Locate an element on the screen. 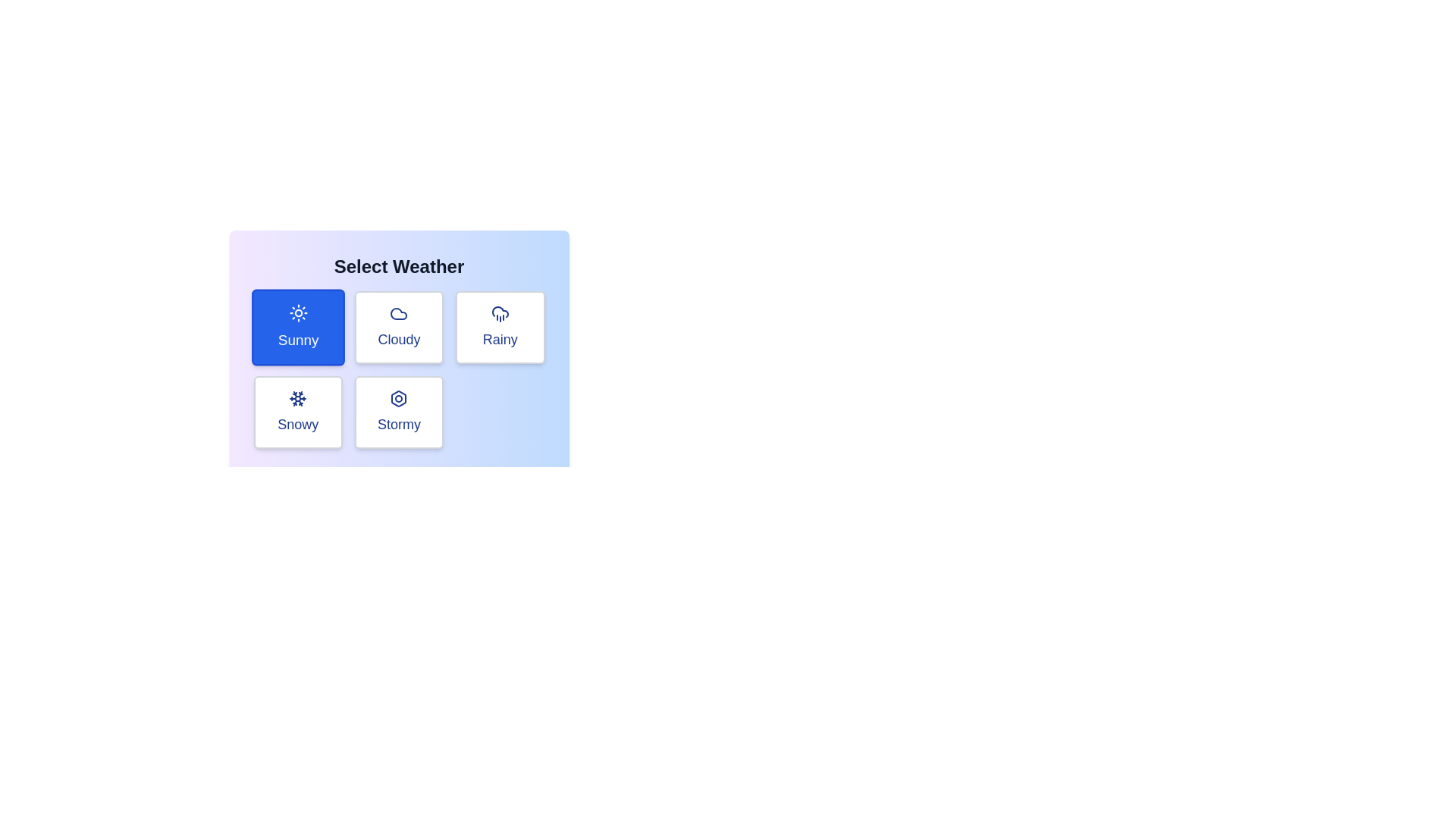 The width and height of the screenshot is (1456, 819). the sun-shaped icon representing the 'Sunny' weather option located under the 'Select Weather' title in the upper-left corner of the options grid is located at coordinates (298, 312).